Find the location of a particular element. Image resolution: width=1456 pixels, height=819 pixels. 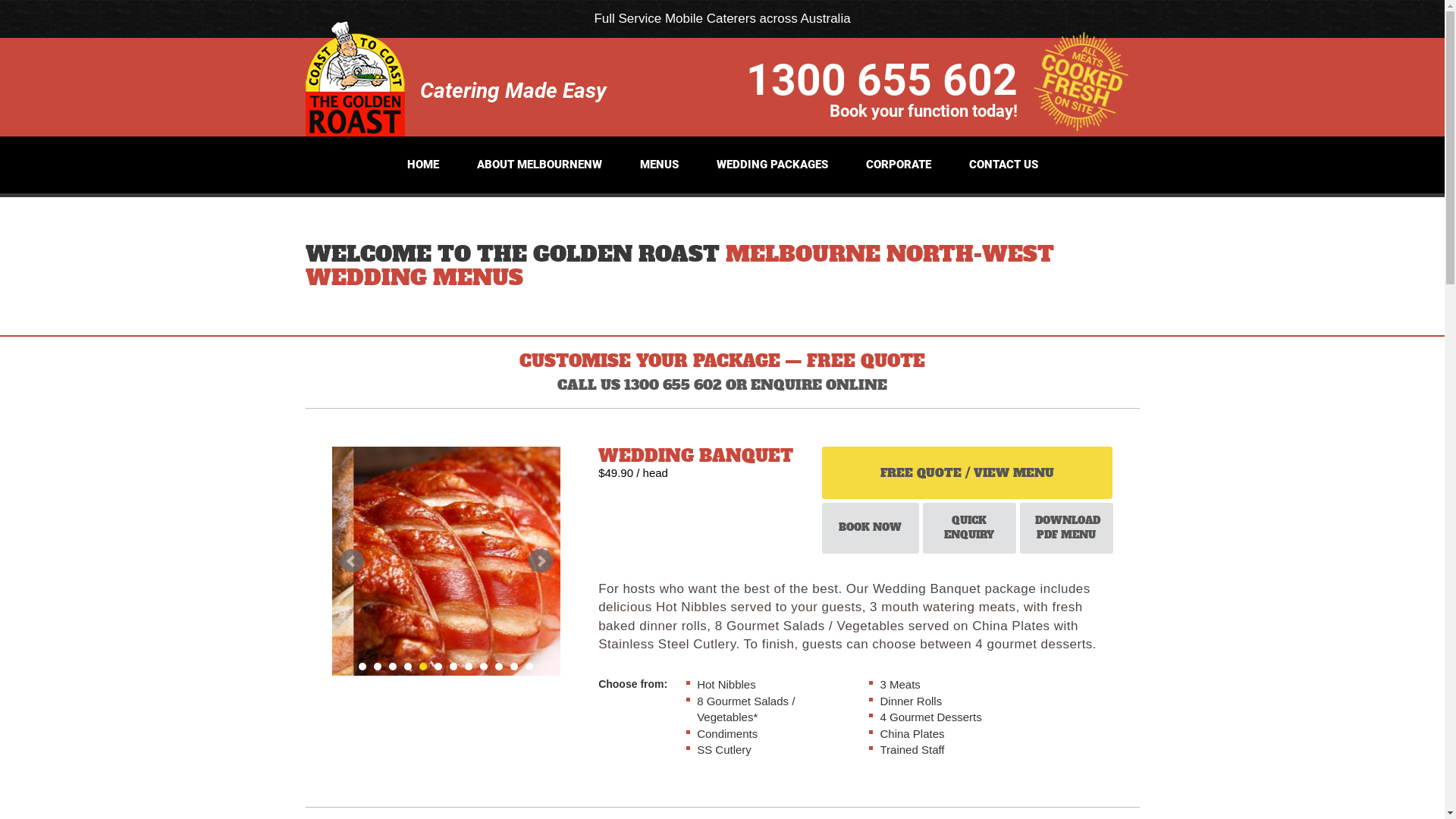

'6' is located at coordinates (437, 666).